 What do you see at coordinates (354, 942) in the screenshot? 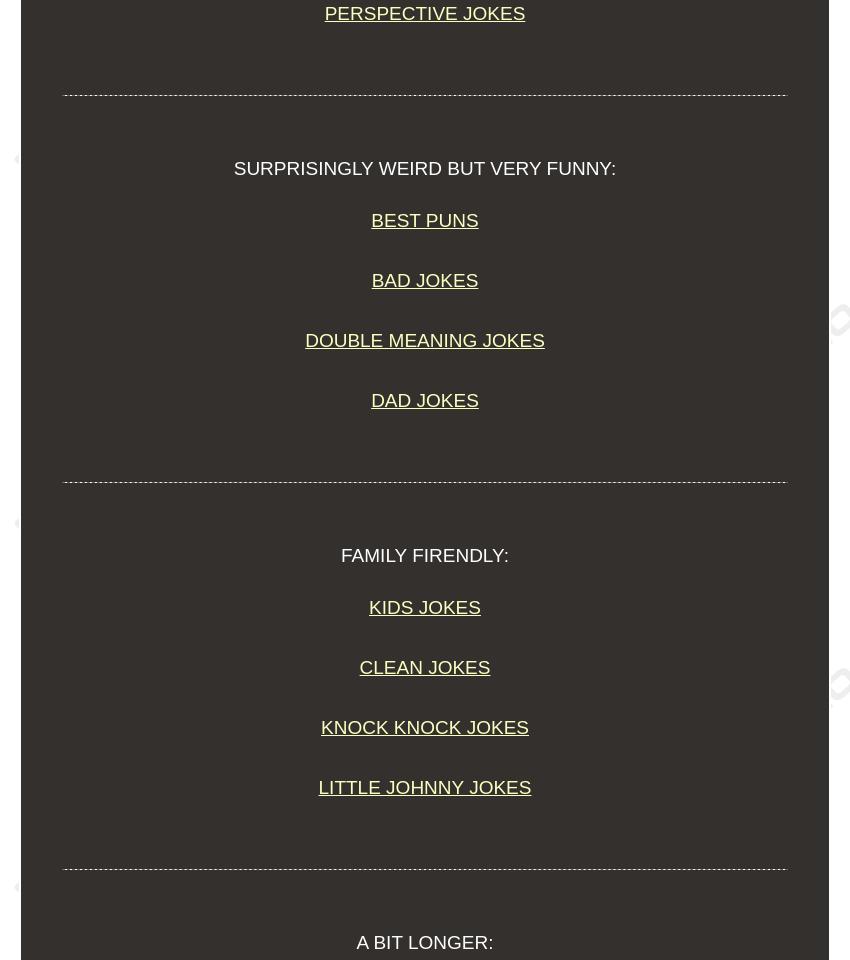
I see `'A Bit Longer:'` at bounding box center [354, 942].